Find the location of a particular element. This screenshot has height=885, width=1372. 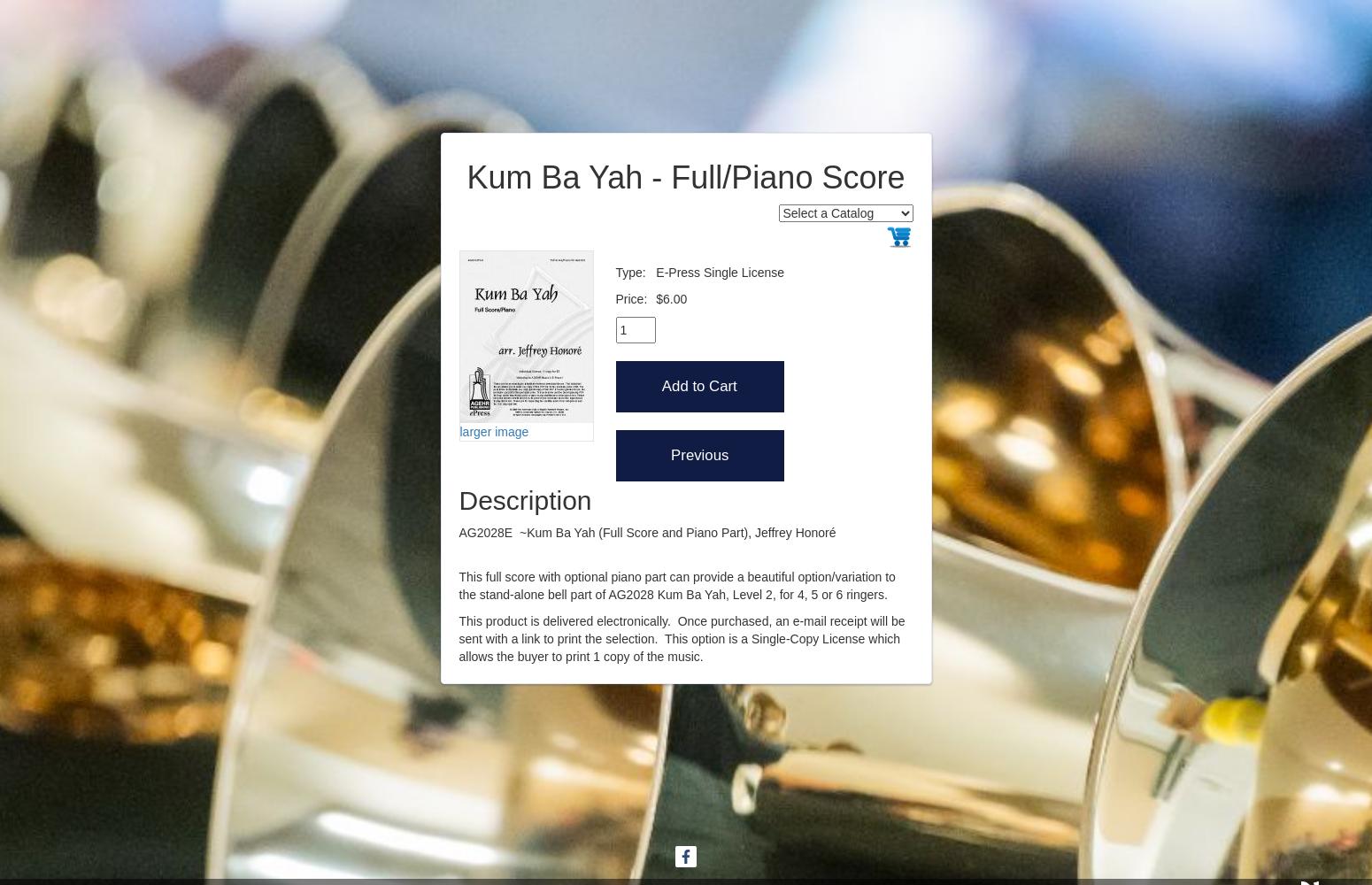

'This product is delivered electronically.  Once purchased, an e-mail receipt will be sent with a link to print the selection.  This option is a Single-Copy License which allows the buyer to print 1 copy of the music.' is located at coordinates (458, 637).